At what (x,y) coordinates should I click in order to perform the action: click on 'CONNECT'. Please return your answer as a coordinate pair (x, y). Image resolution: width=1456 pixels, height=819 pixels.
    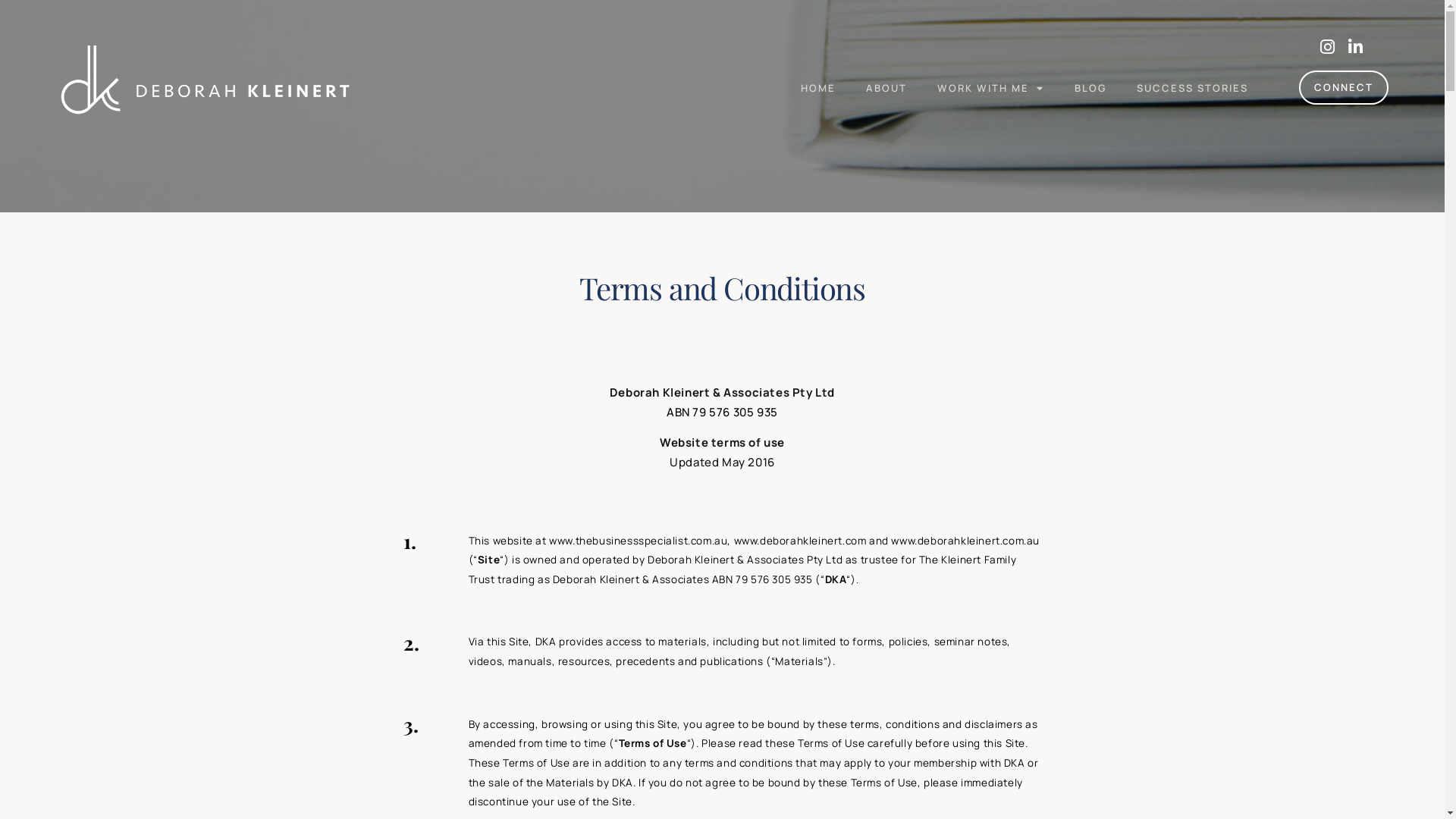
    Looking at the image, I should click on (1343, 87).